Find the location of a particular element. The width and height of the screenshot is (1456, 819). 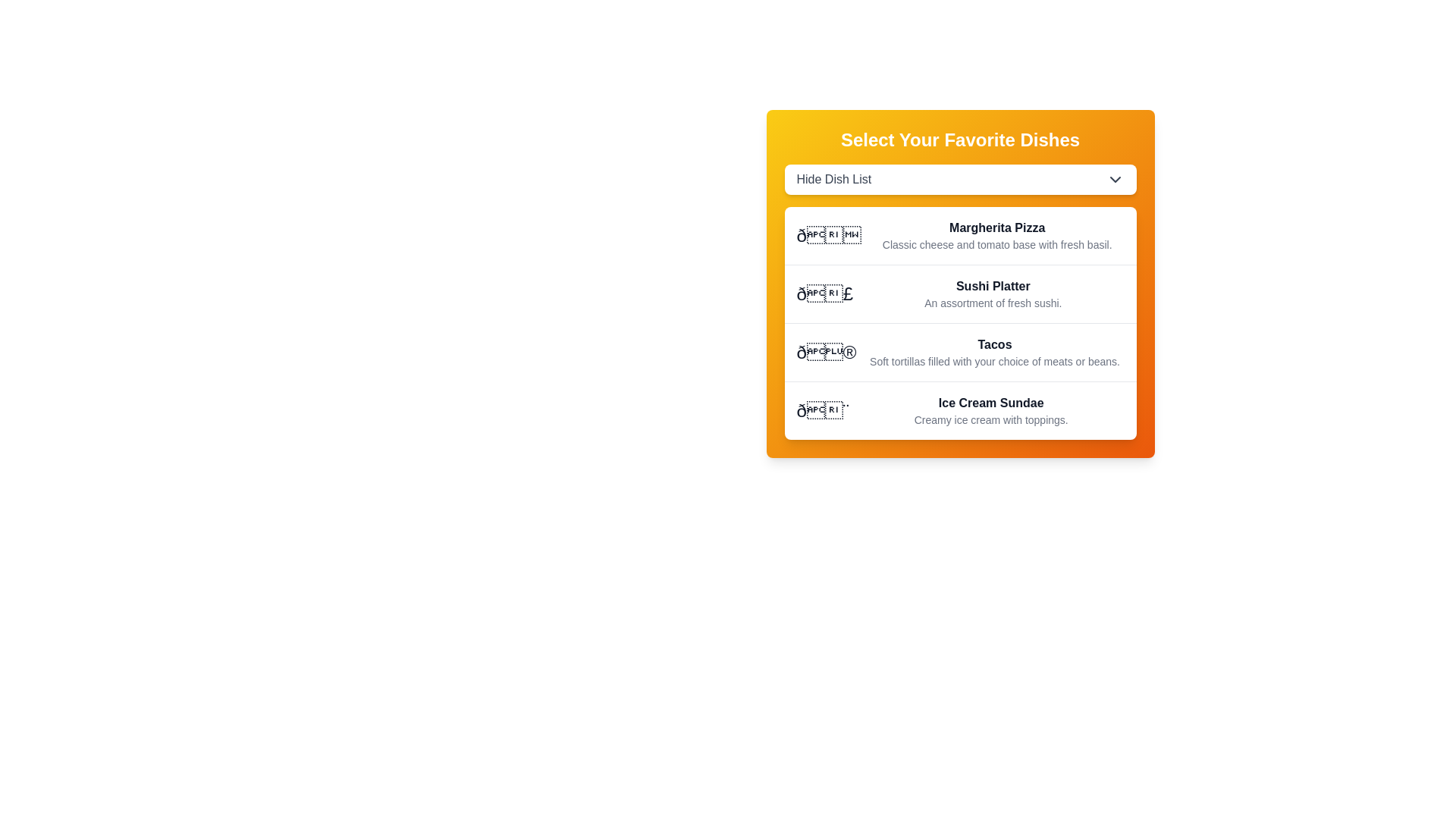

the sushi emoji icon representing the 'Sushi Platter' dish is located at coordinates (824, 294).